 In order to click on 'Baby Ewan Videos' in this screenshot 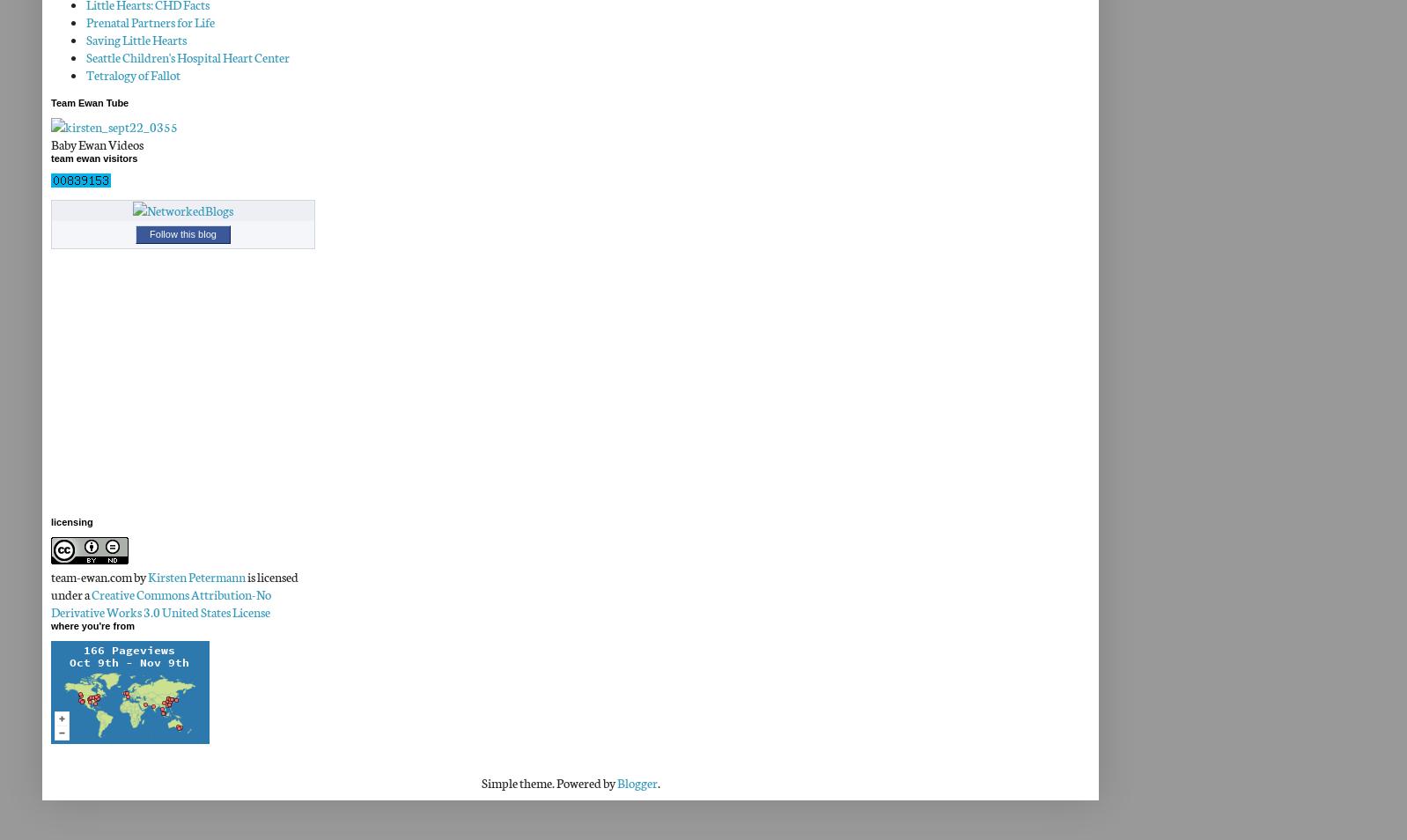, I will do `click(96, 143)`.